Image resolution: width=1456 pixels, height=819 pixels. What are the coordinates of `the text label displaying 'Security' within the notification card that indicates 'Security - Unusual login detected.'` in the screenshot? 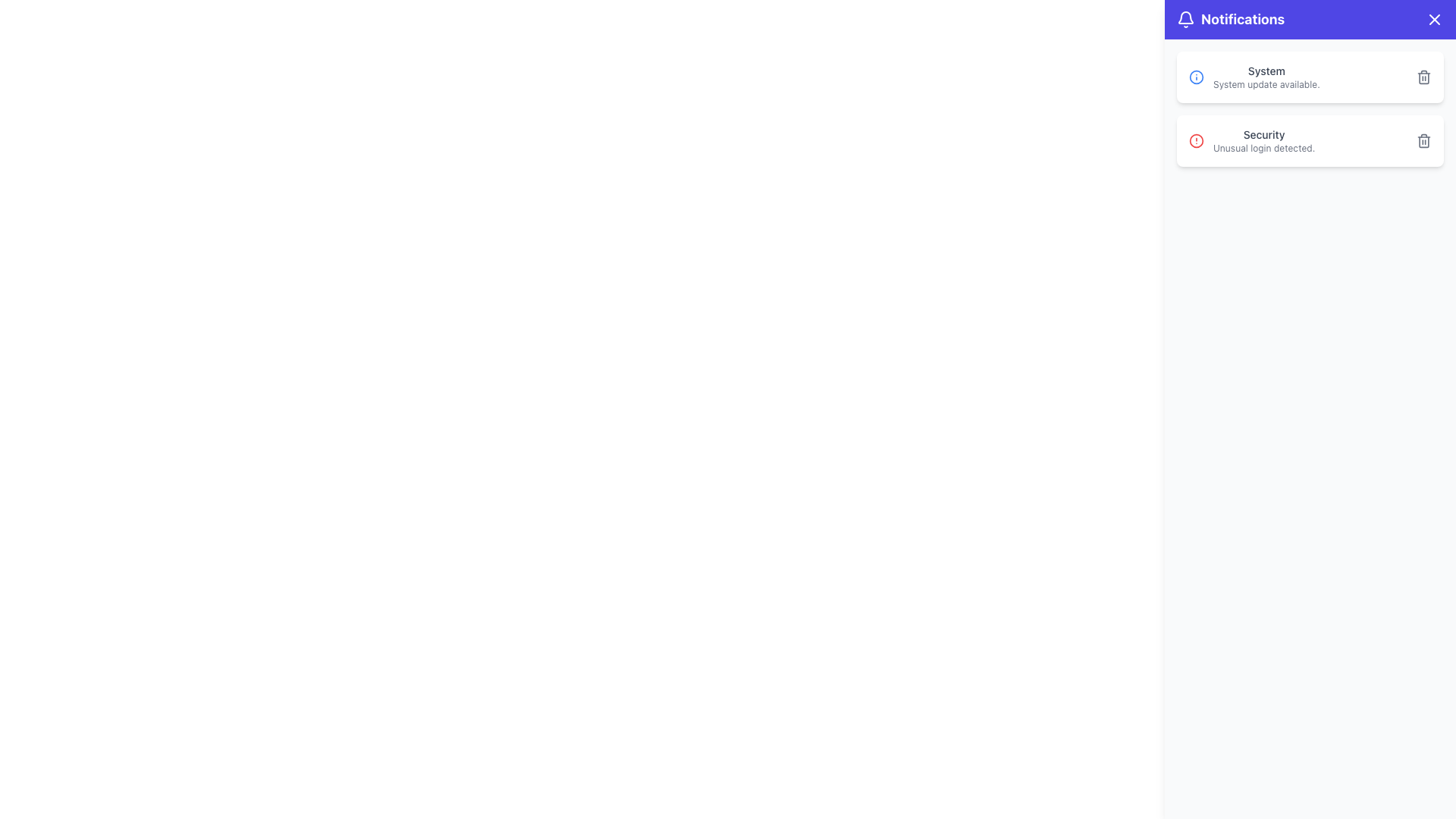 It's located at (1264, 133).